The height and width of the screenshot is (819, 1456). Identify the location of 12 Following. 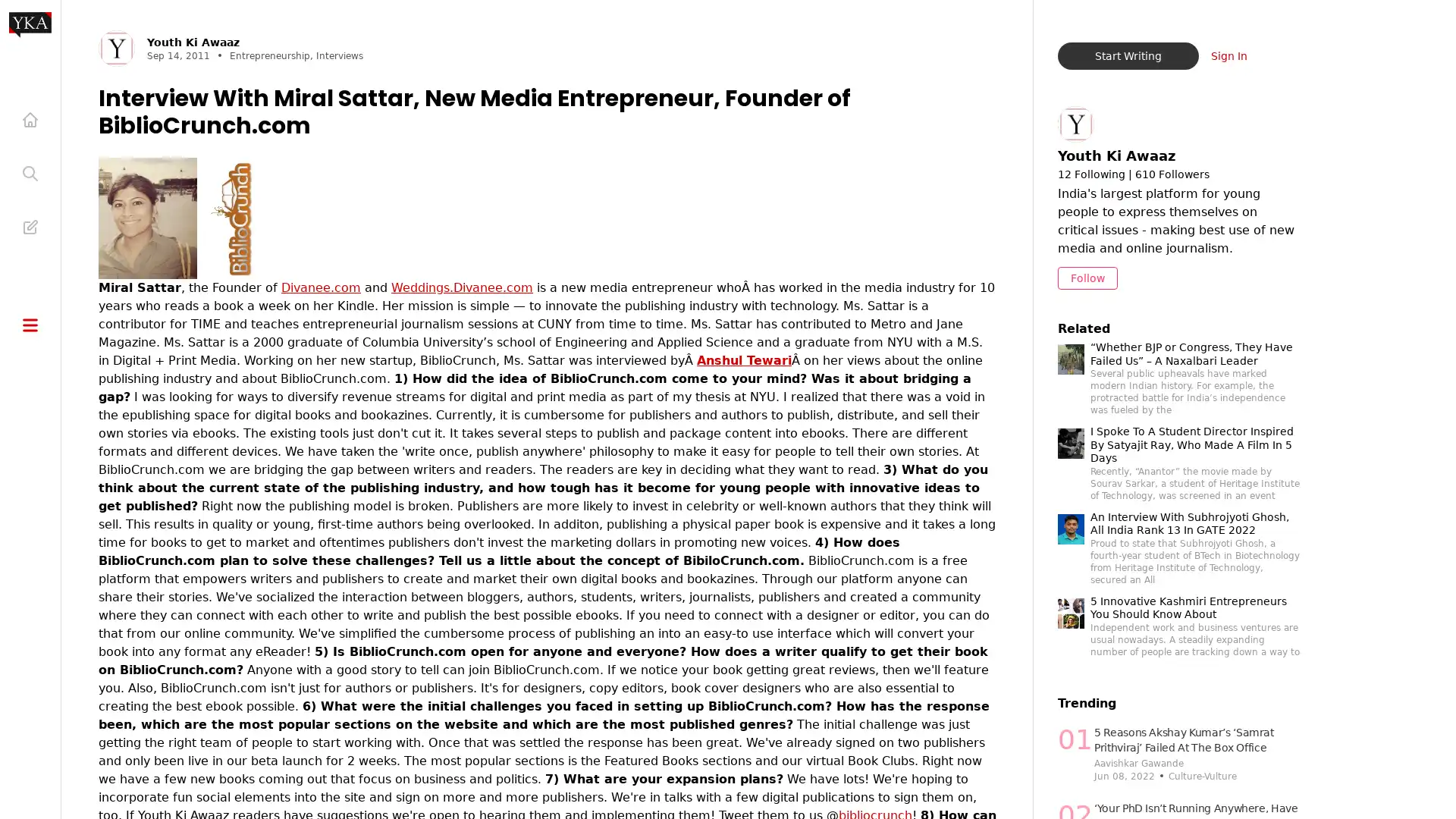
(1090, 174).